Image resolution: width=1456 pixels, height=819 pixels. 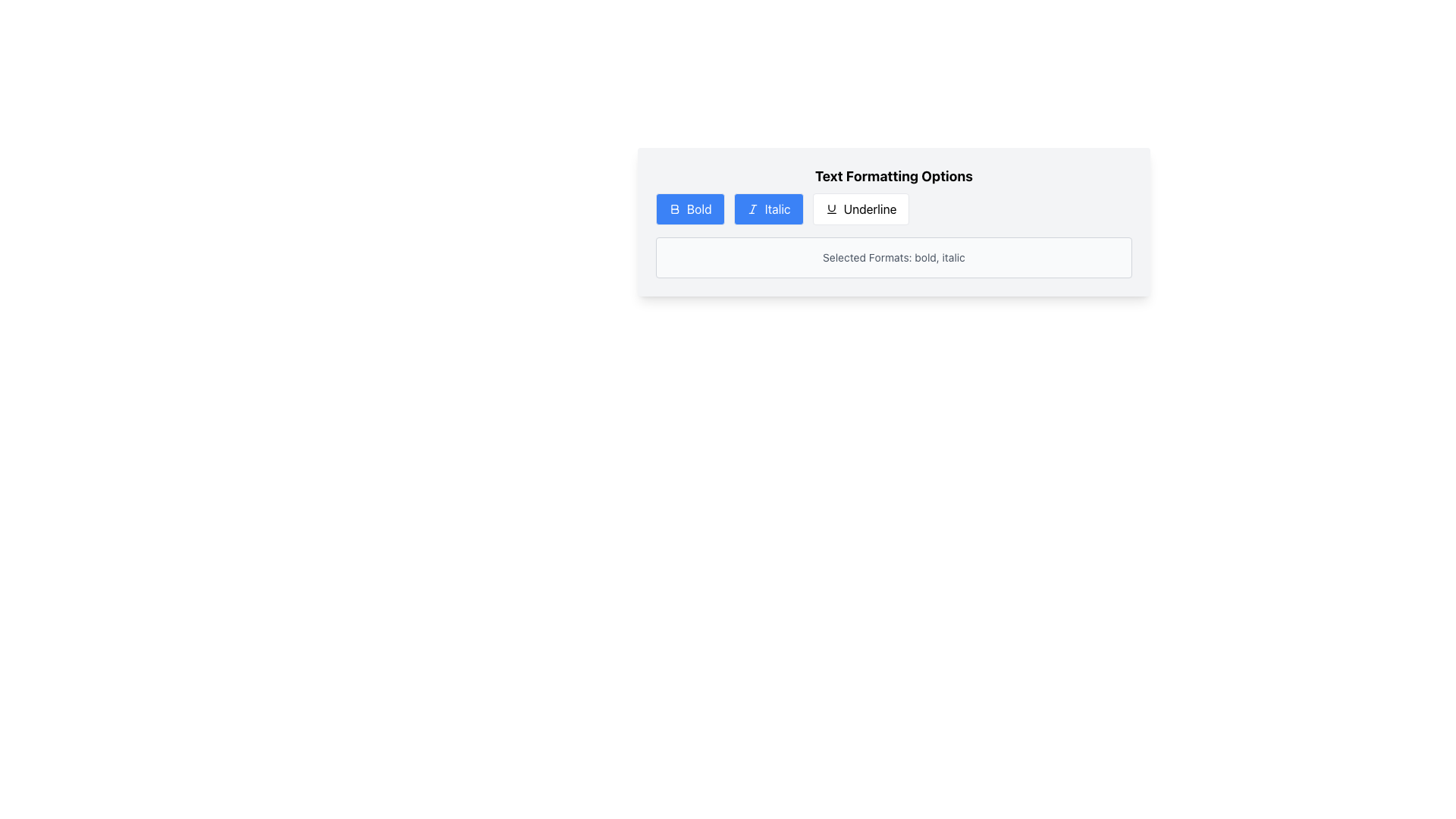 What do you see at coordinates (674, 209) in the screenshot?
I see `the 'Bold' button in the text formatting toolbar, which has a blue background and white text, located at the top-left section of the modal window` at bounding box center [674, 209].